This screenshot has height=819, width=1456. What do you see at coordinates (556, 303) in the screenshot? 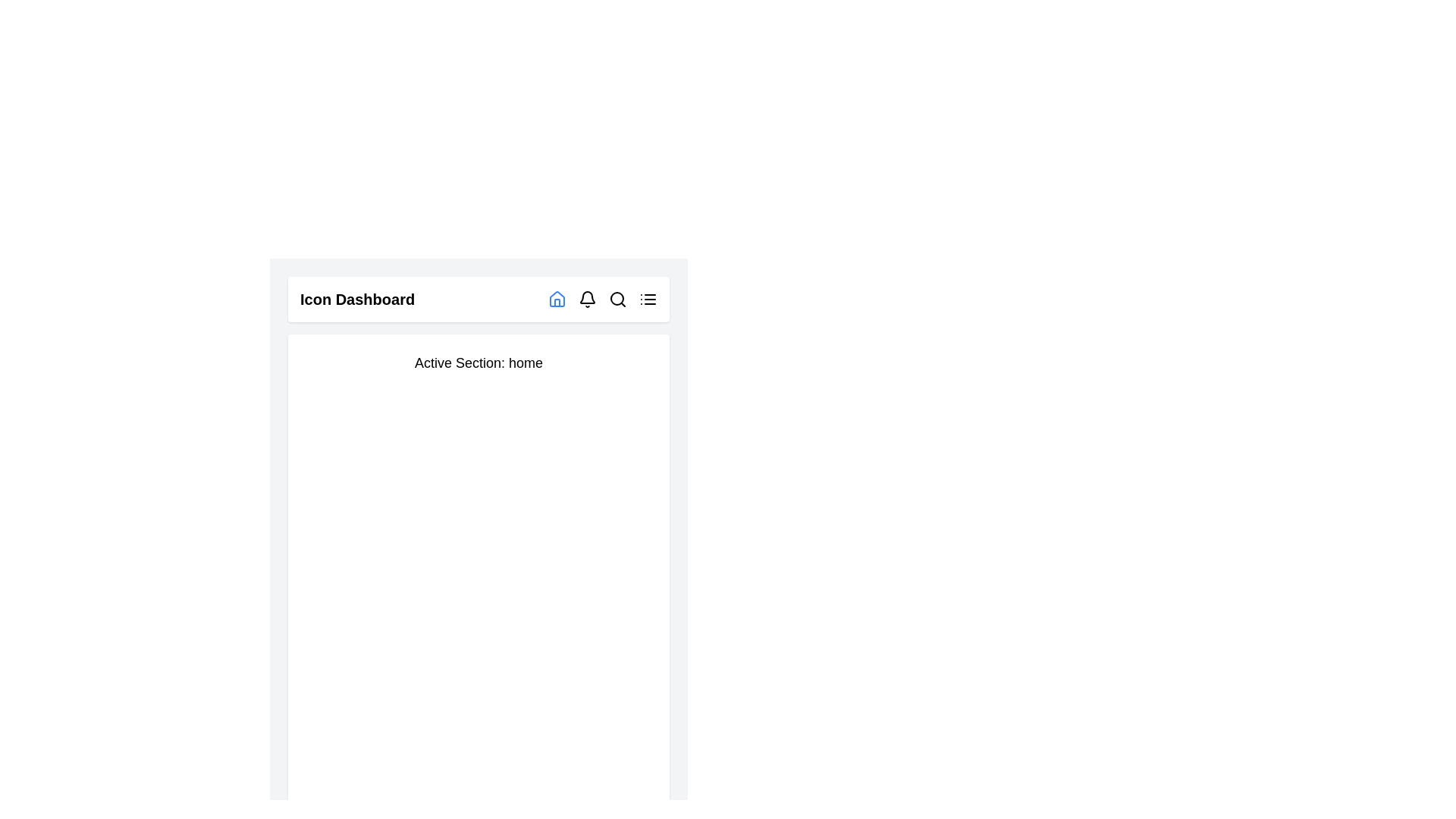
I see `the doorway of the house icon, which is centrally aligned within the house-shaped icon in the top navigation bar, located to the left of the bell icon and the magnifying glass icon` at bounding box center [556, 303].